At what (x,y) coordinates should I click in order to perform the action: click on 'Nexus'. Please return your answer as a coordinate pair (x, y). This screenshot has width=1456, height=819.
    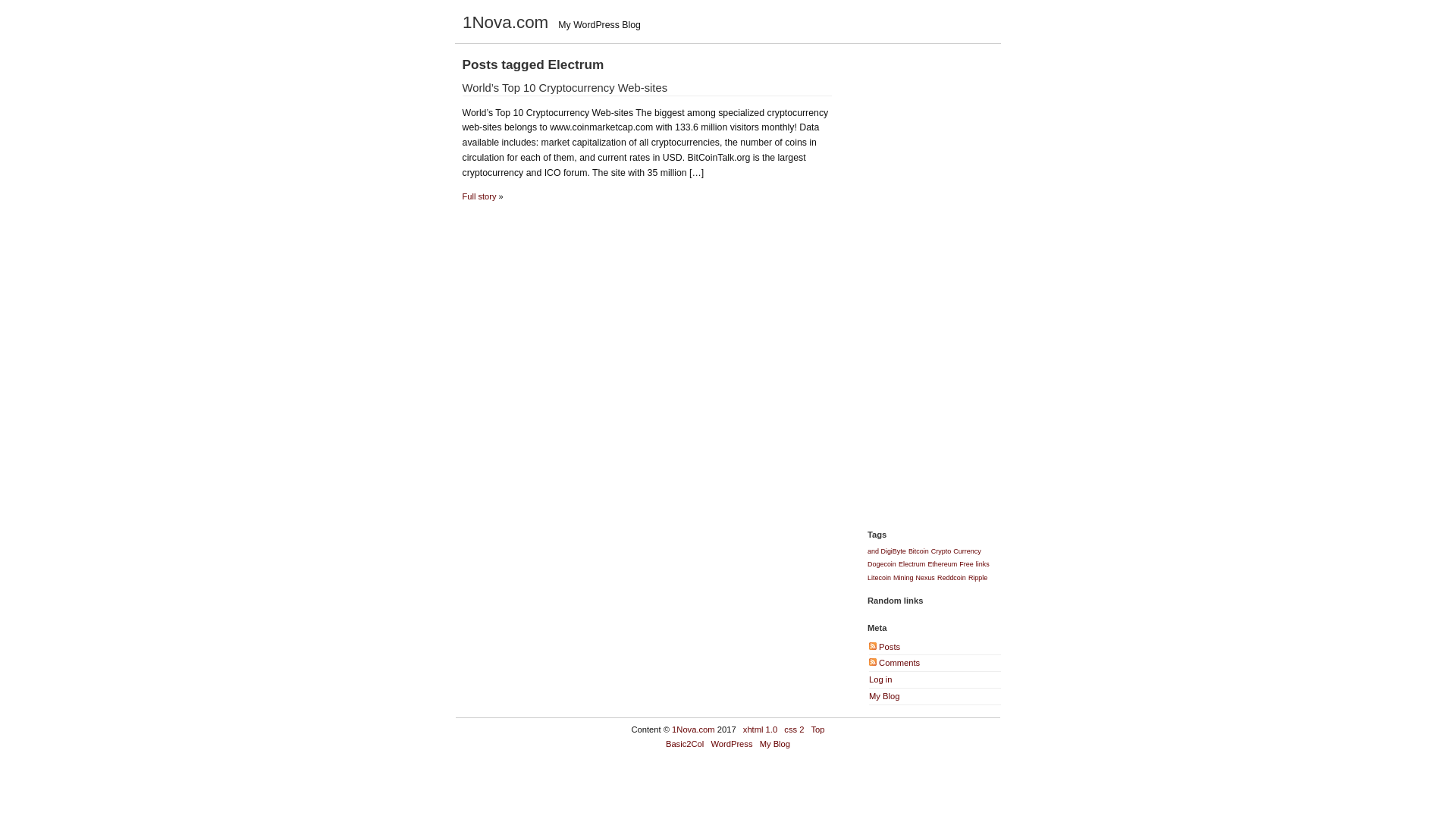
    Looking at the image, I should click on (924, 578).